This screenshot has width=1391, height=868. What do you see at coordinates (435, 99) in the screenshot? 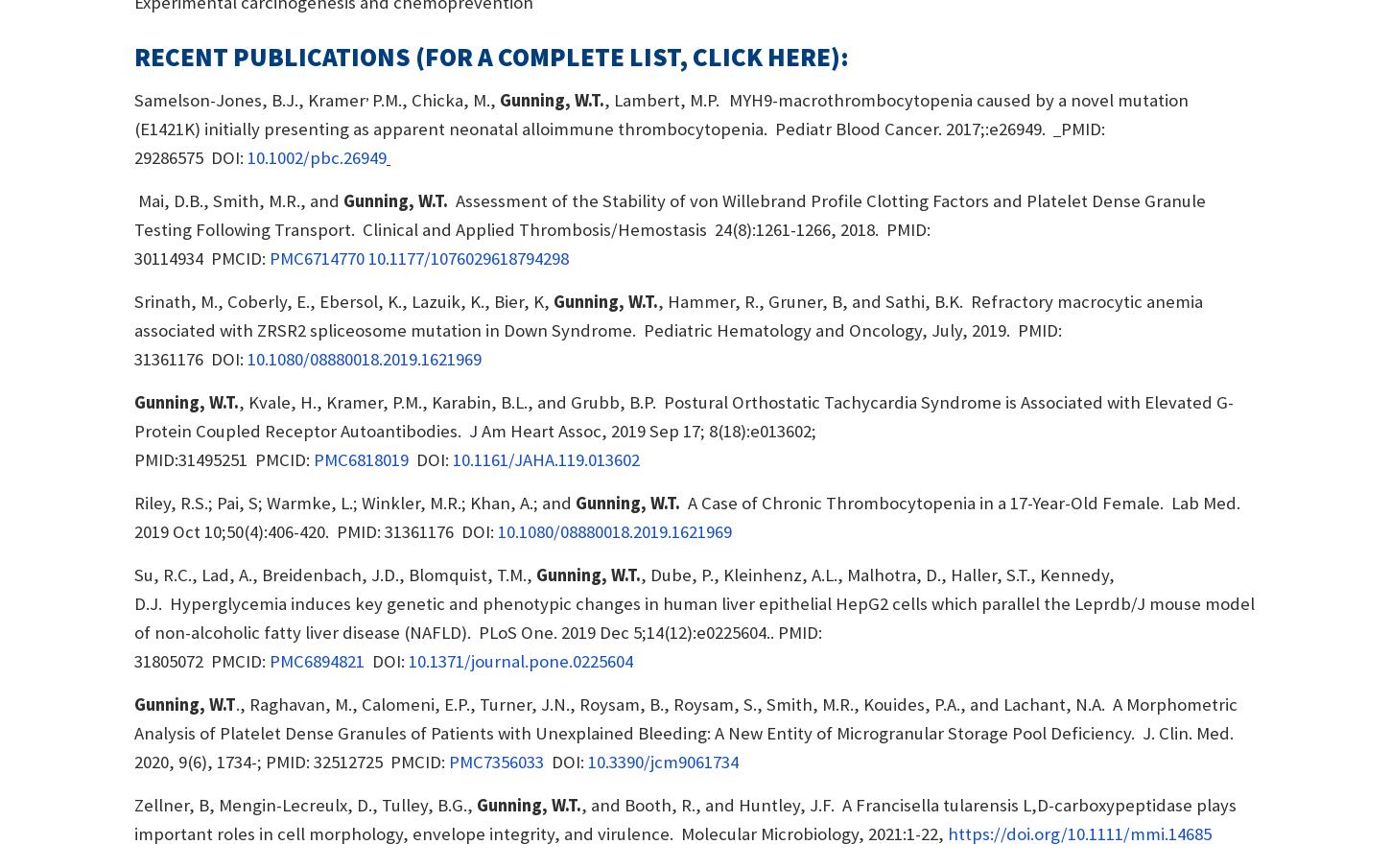
I see `'P.M., Chicka, M.,'` at bounding box center [435, 99].